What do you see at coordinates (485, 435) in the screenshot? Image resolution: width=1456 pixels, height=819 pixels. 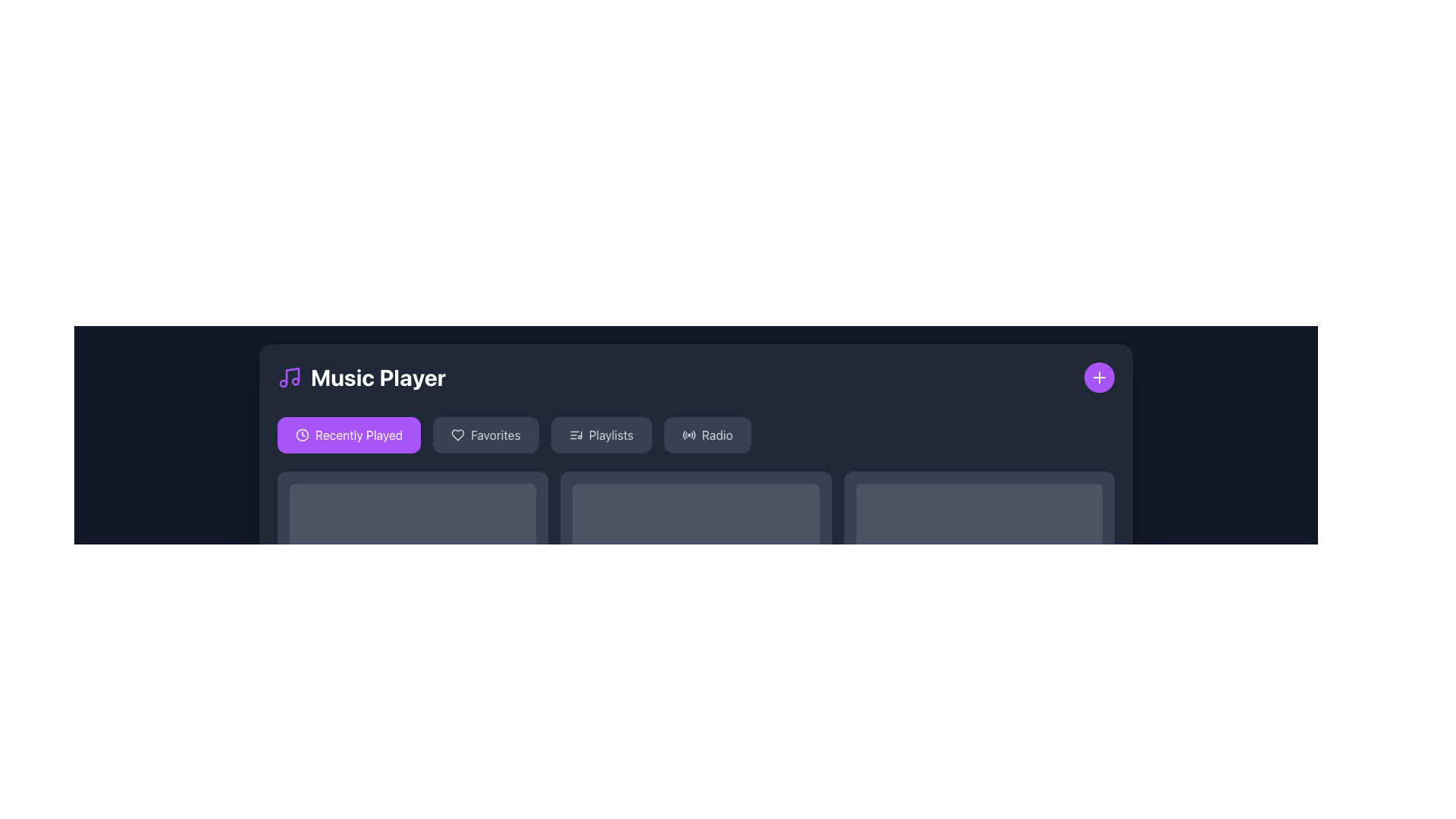 I see `the 'Favorites' button, which is the second button from the left in the row below the 'Music Player' header` at bounding box center [485, 435].